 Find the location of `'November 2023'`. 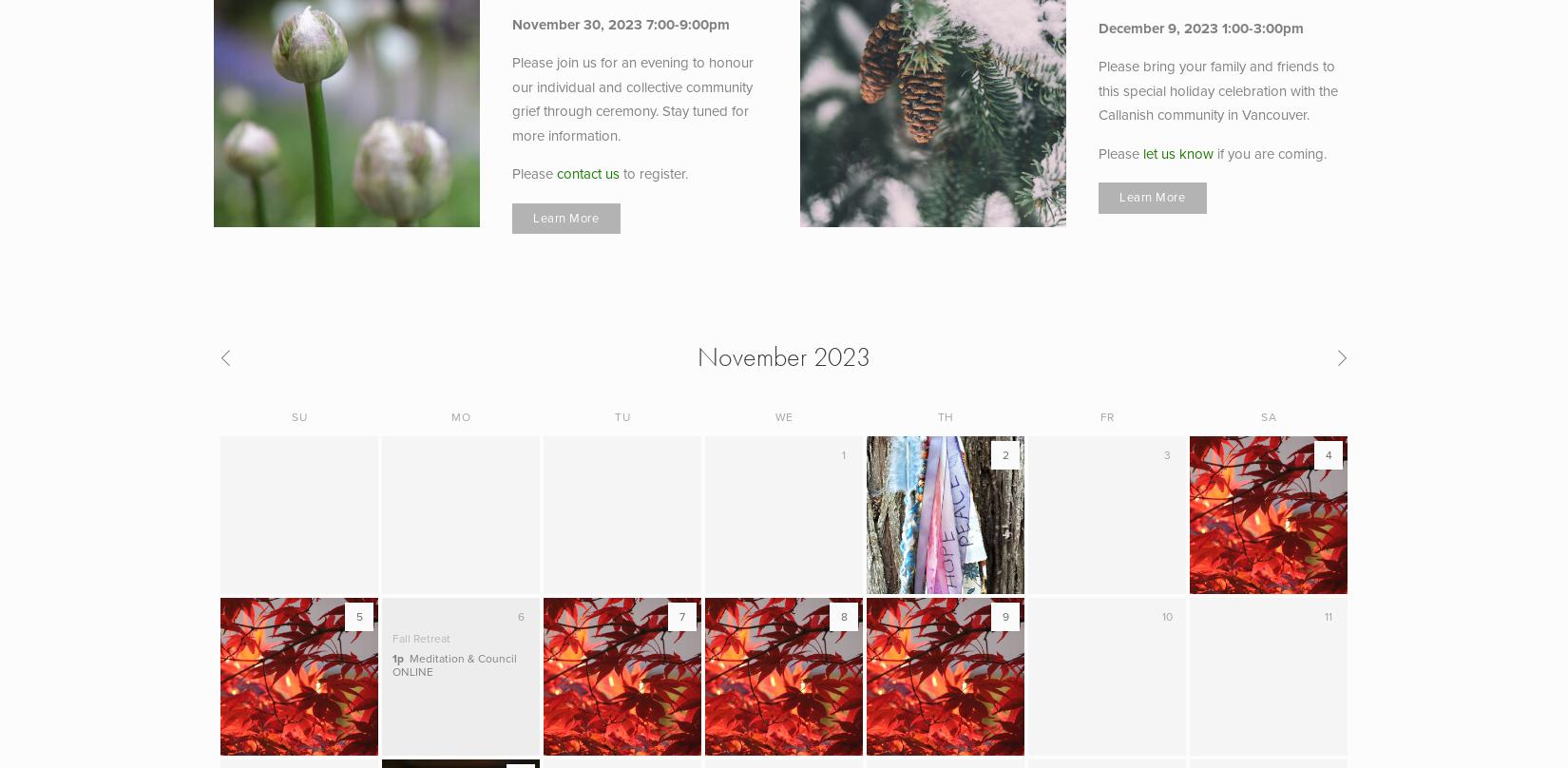

'November 2023' is located at coordinates (784, 355).